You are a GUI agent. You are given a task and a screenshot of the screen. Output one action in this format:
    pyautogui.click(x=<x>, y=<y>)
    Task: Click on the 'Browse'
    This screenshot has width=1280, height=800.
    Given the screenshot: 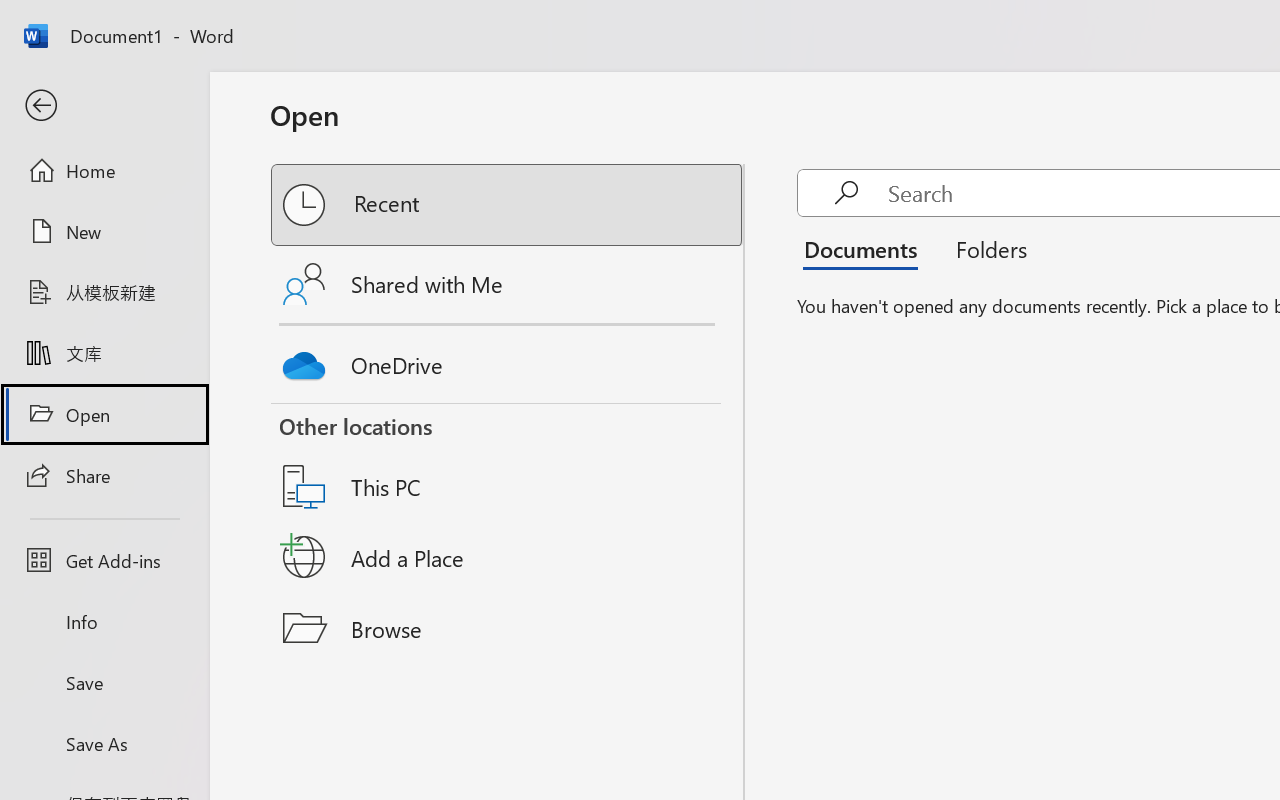 What is the action you would take?
    pyautogui.click(x=508, y=628)
    